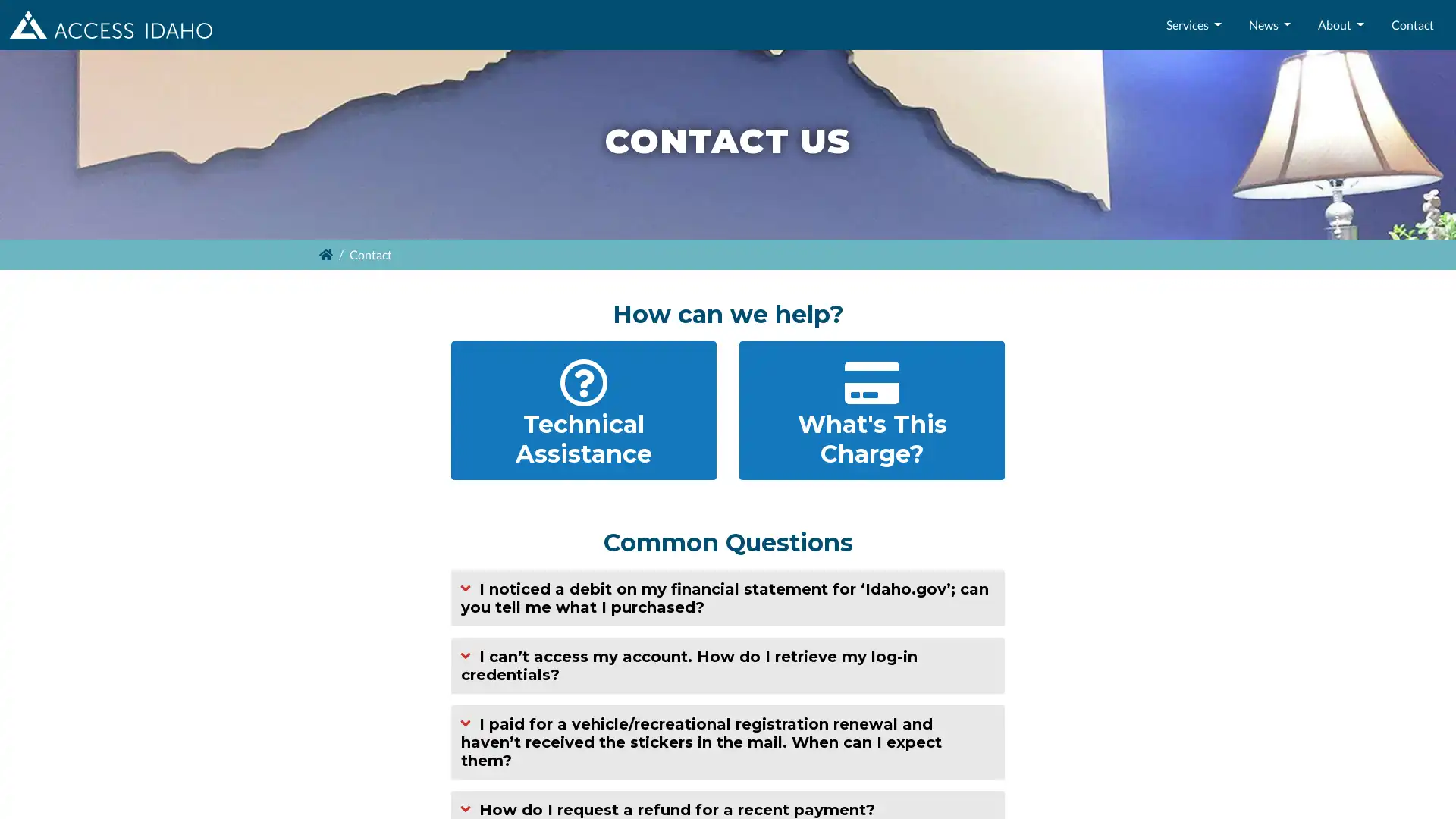  I want to click on I cant access my account. How do I retrieve my log-in credentials?, so click(728, 664).